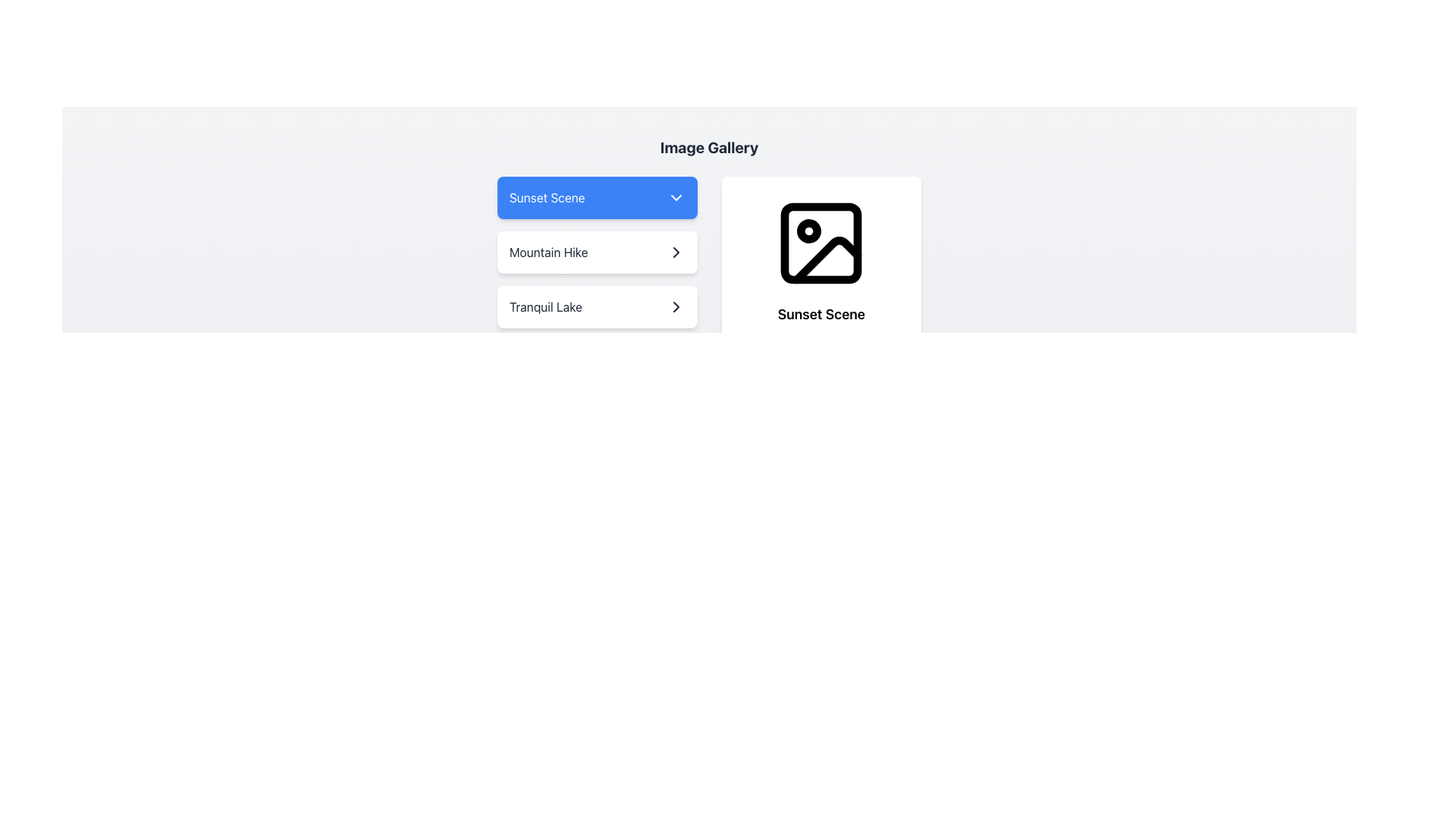 This screenshot has width=1456, height=819. Describe the element at coordinates (821, 314) in the screenshot. I see `the text label reading 'Sunset Scene', which is styled with a bold font and positioned below a photograph icon within a card layout` at that location.